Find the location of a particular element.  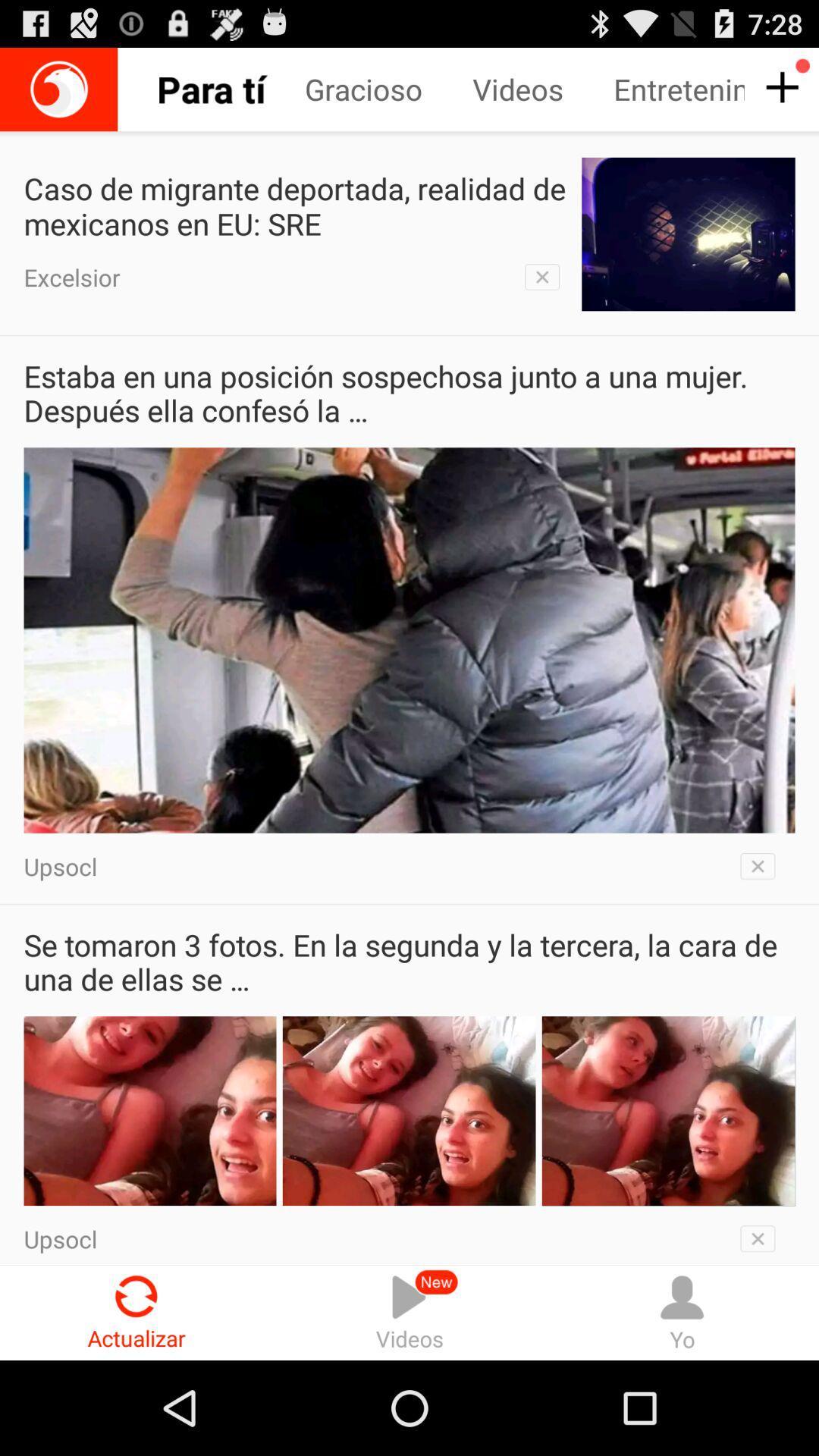

window is located at coordinates (762, 866).